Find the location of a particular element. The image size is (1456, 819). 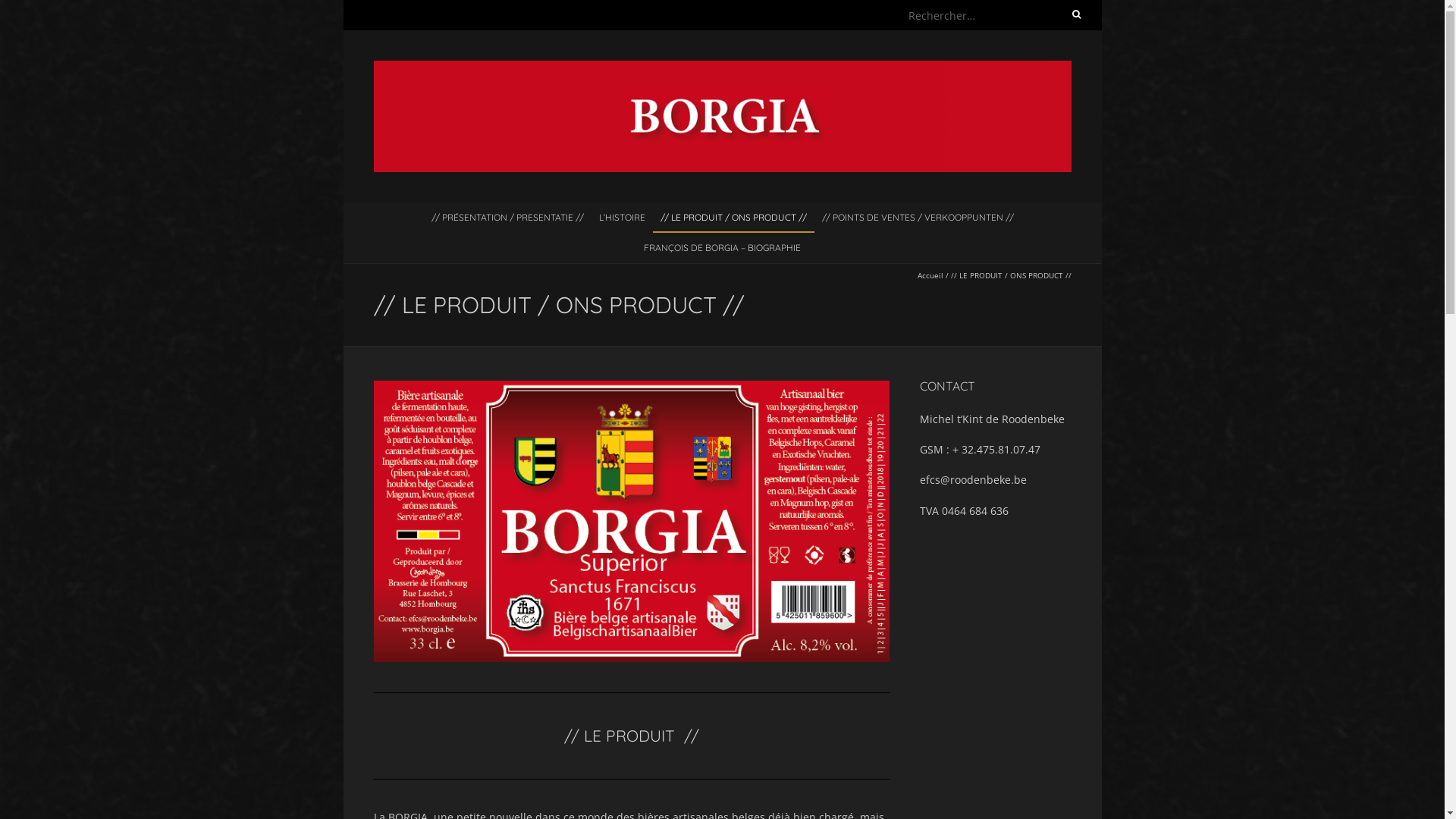

'// POINTS DE VENTES / VERKOOPPUNTEN //' is located at coordinates (917, 216).